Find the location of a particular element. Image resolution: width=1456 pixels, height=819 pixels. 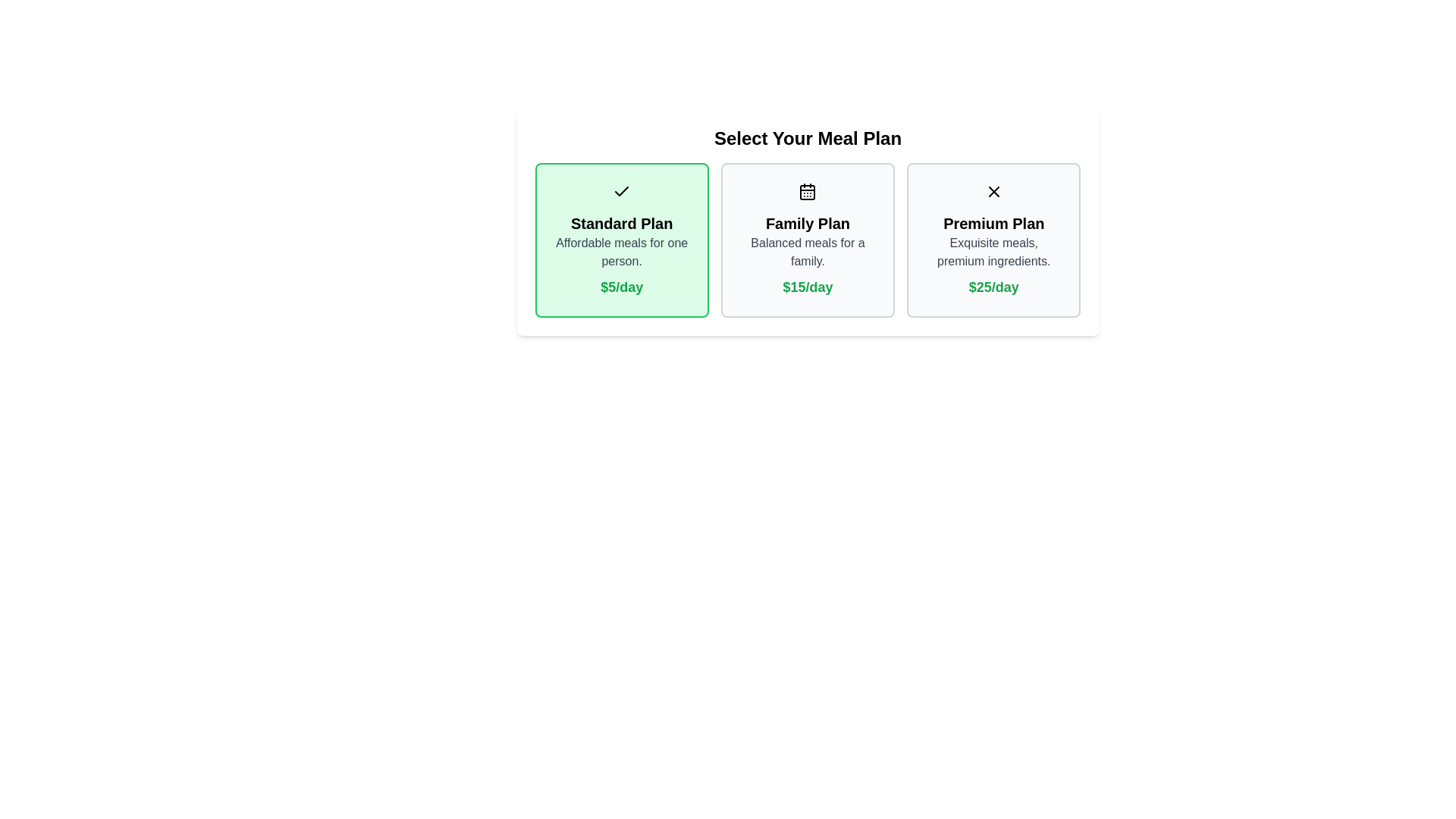

the bolded header text 'Premium Plan' located in the middle portion of the last card in the meal plans menu is located at coordinates (993, 223).